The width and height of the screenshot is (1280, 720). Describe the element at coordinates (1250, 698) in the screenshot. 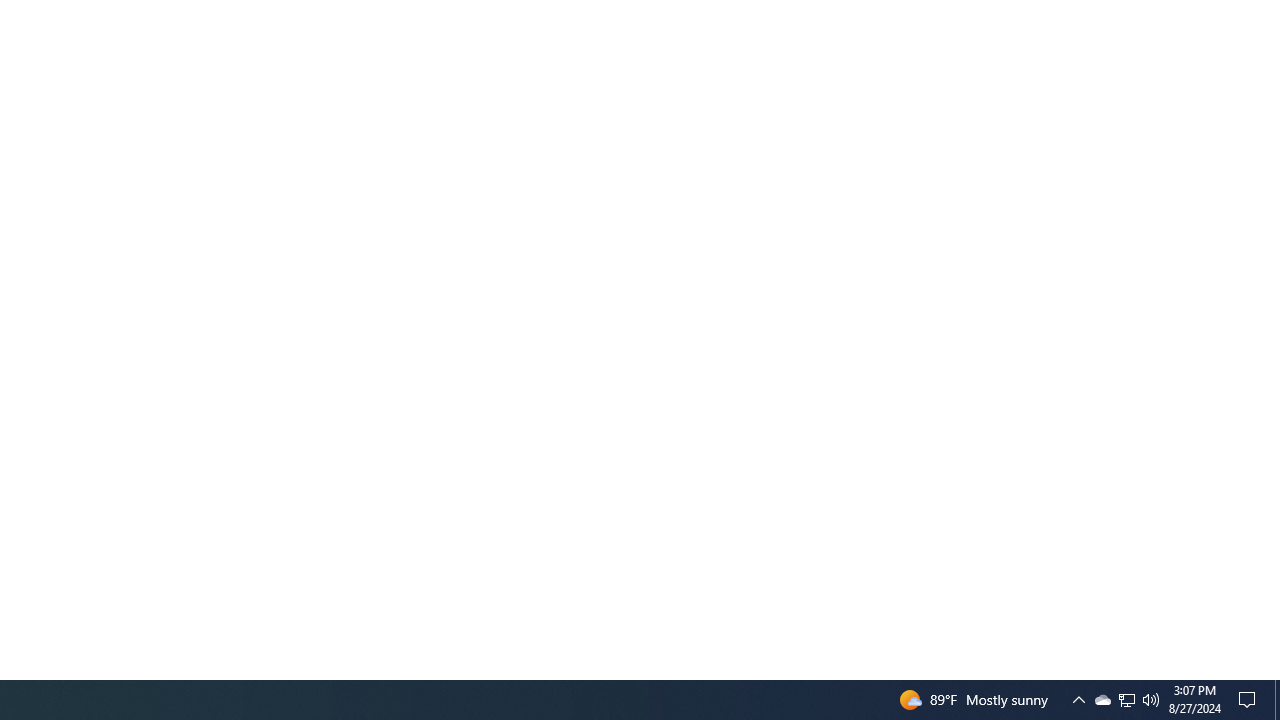

I see `'Action Center, No new notifications'` at that location.